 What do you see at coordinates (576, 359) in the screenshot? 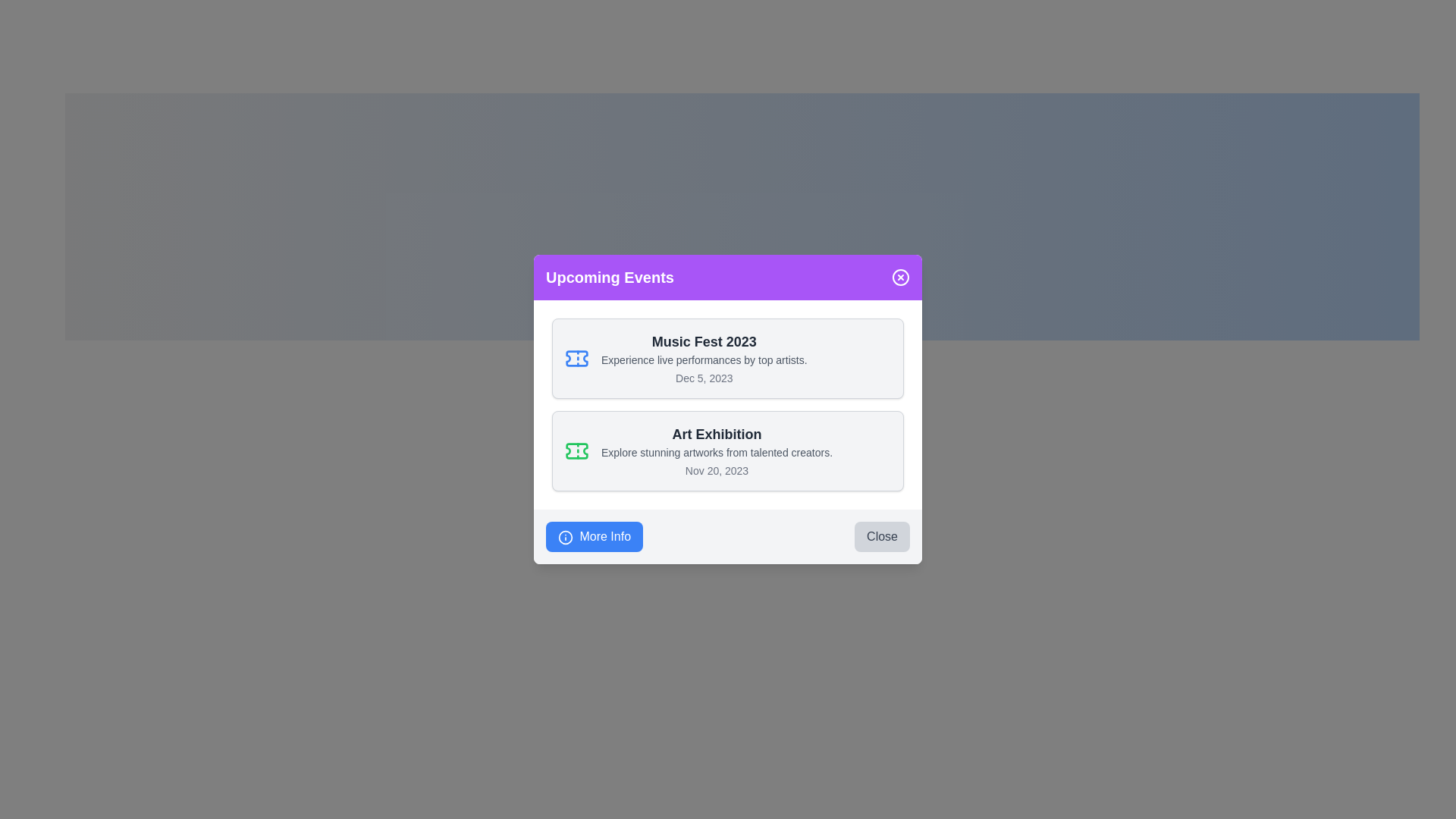
I see `the decorative graphic within the SVG icon located to the left of the 'Music Fest 2023' event title in the upper section of the 'Upcoming Events' modal window` at bounding box center [576, 359].